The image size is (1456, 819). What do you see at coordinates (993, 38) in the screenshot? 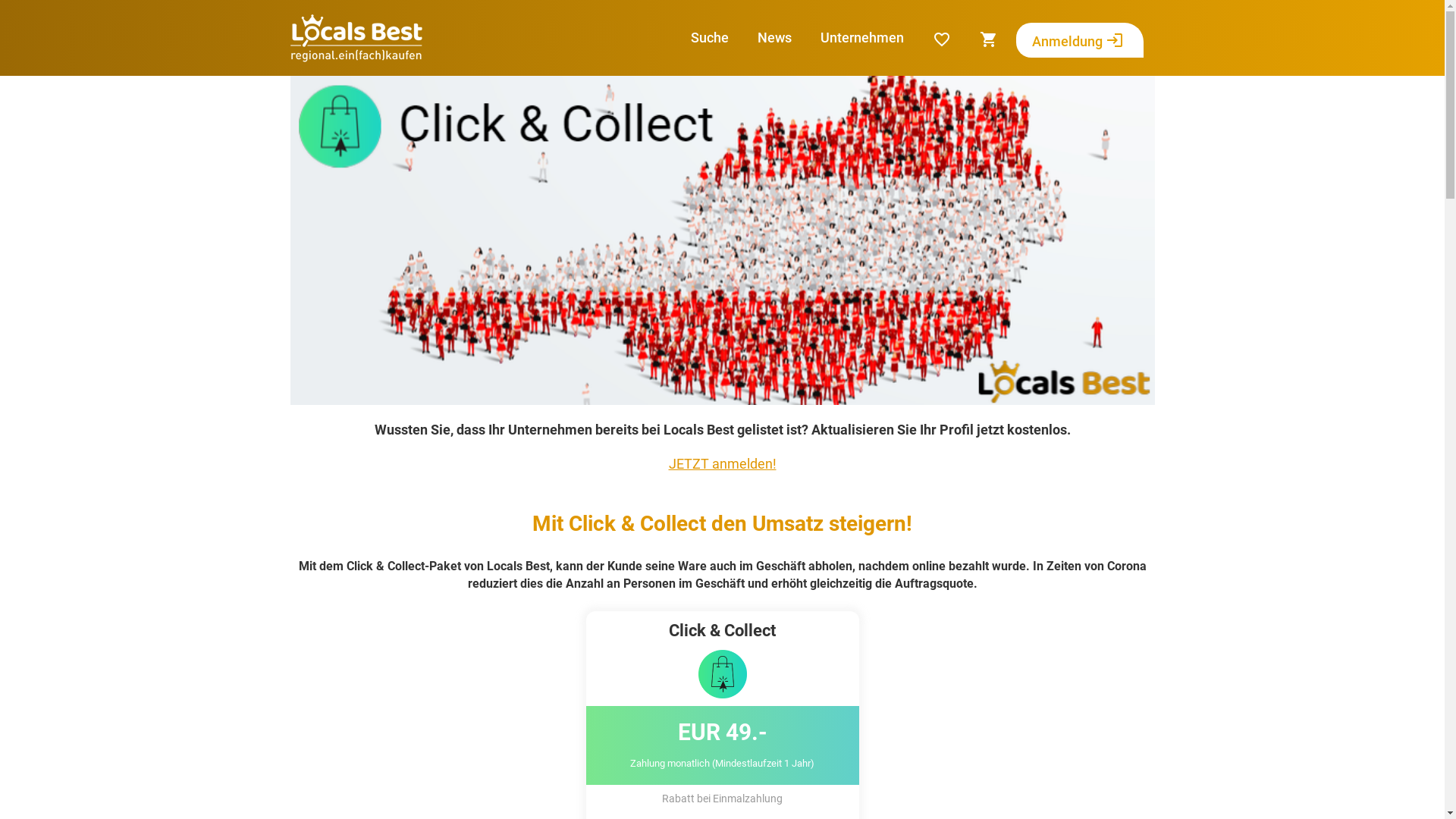
I see `'shopping_cart'` at bounding box center [993, 38].